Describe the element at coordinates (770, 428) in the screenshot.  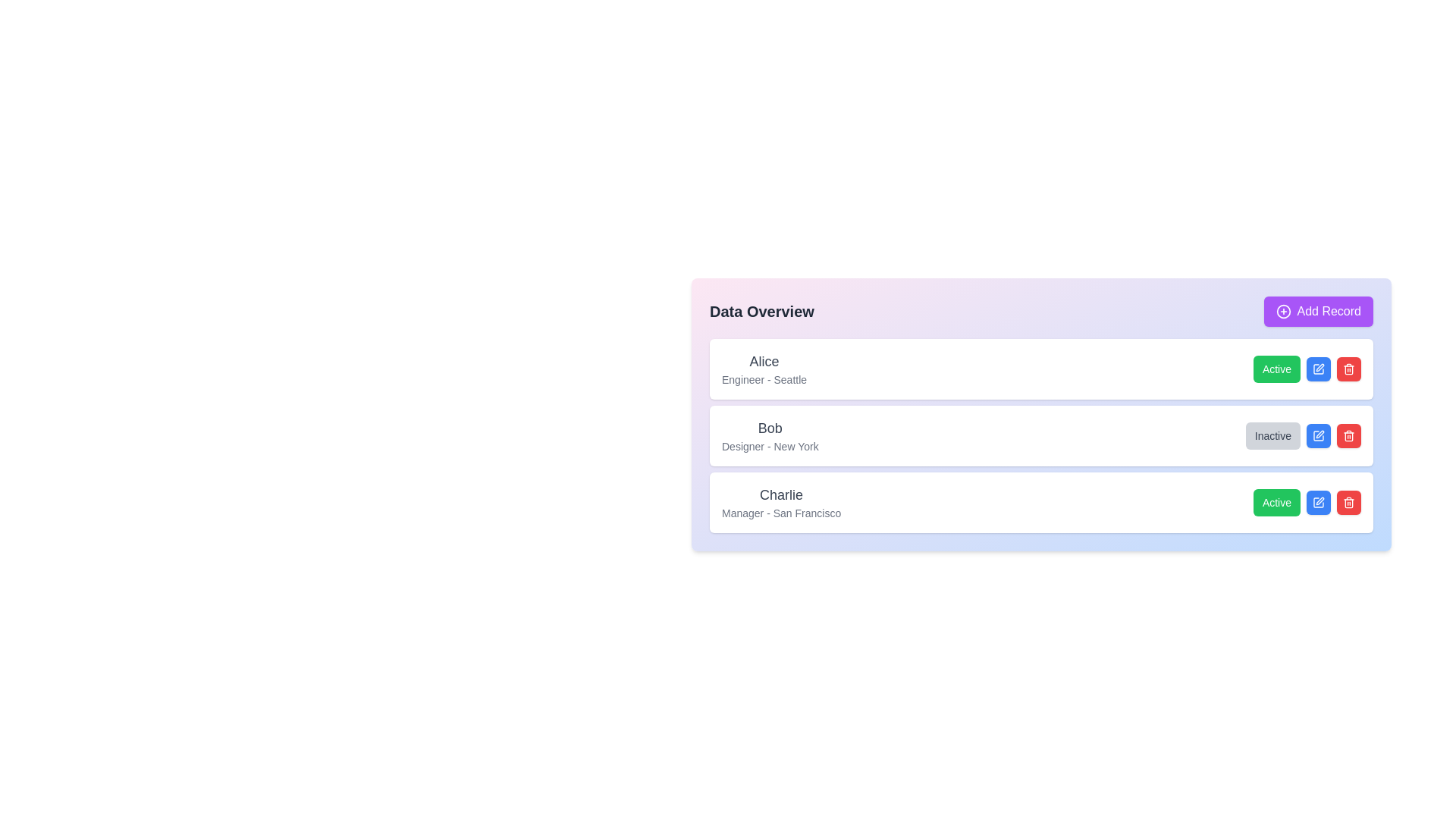
I see `the text element labeled 'Bob' which serves as the primary title` at that location.